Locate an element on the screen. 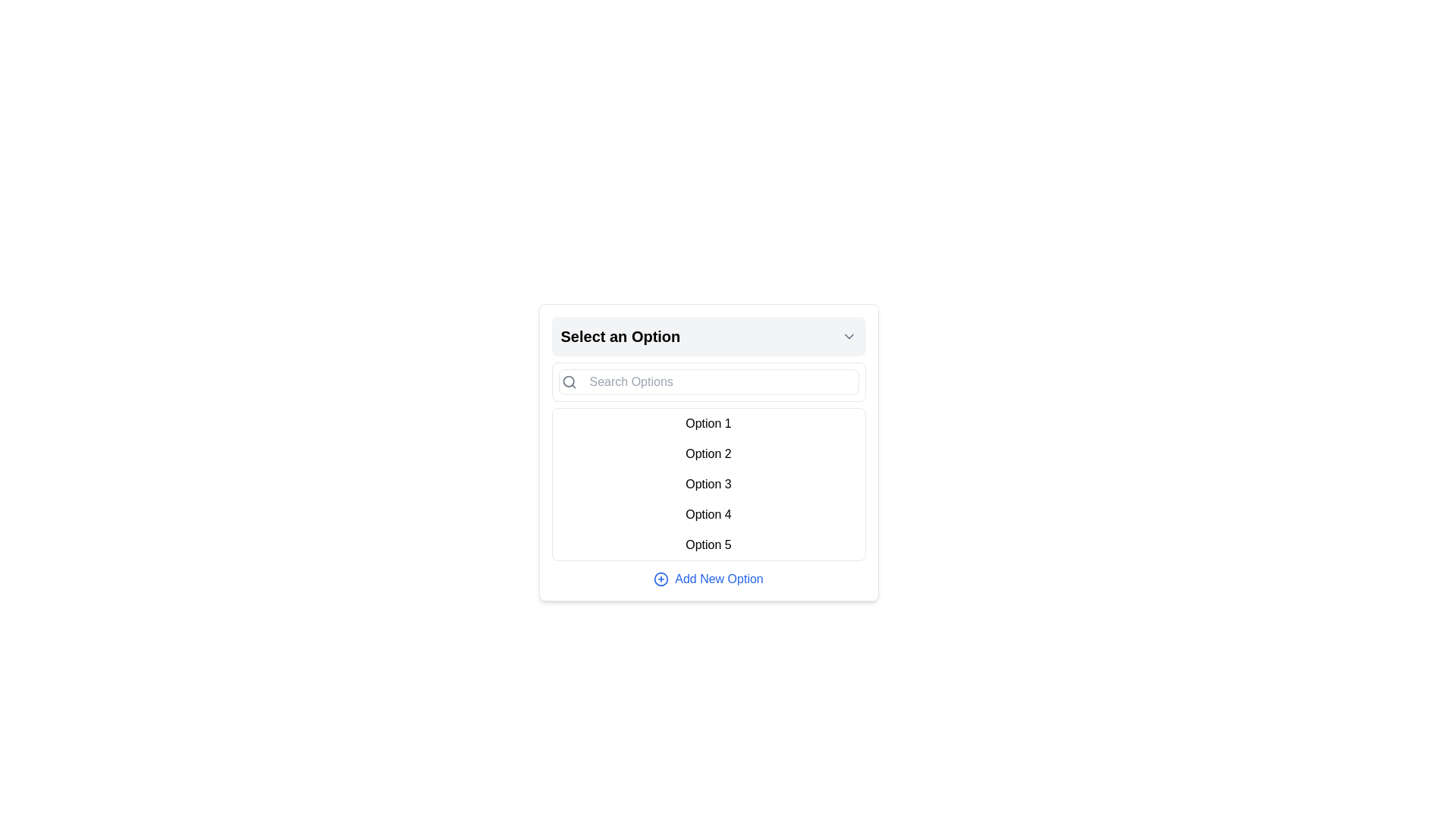 This screenshot has height=819, width=1456. the circular element representing the 'Add New Option' icon located near the bottom of the dropdown interface is located at coordinates (661, 579).